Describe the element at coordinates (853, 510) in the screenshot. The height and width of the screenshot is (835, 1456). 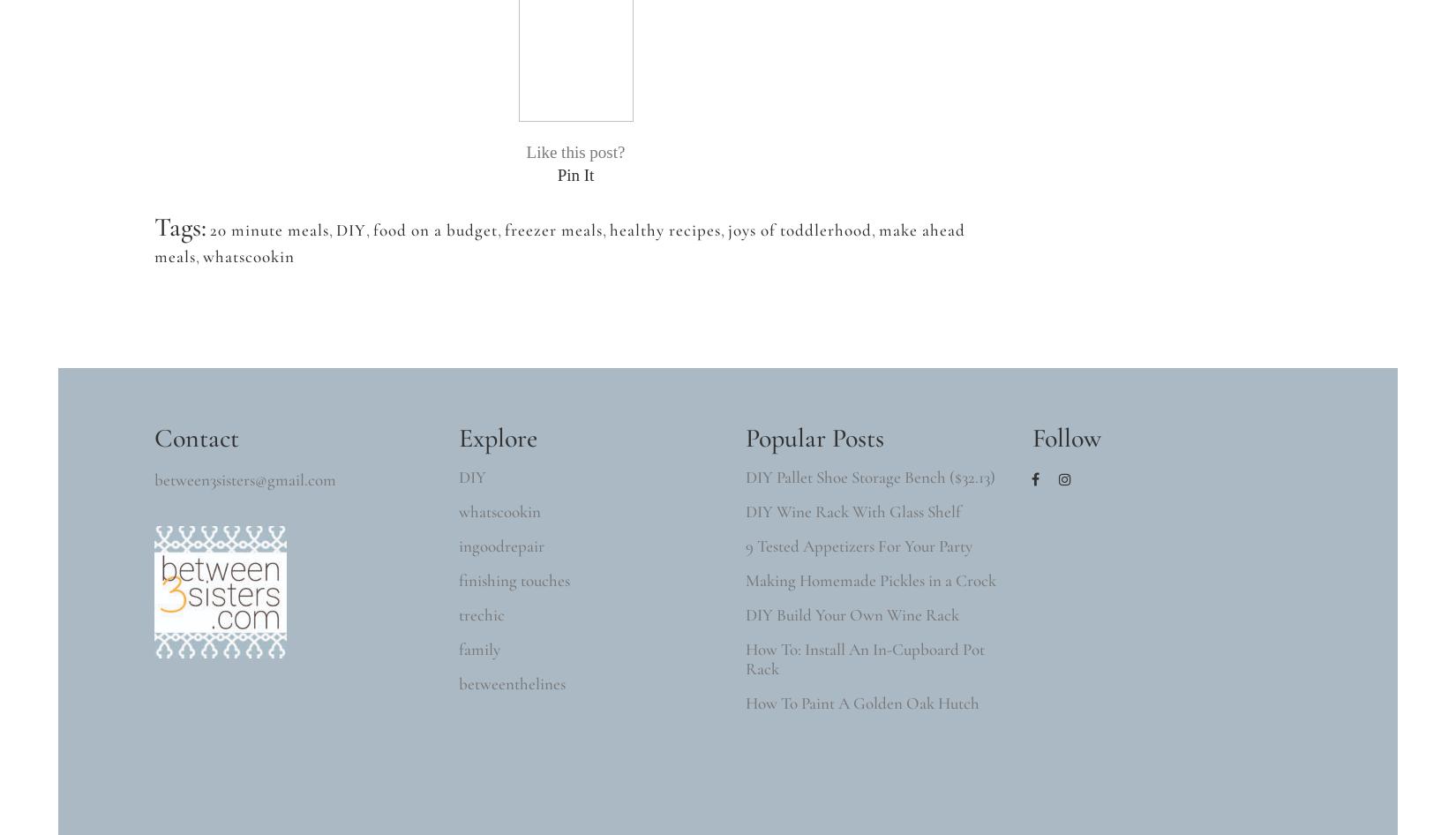
I see `'DIY Wine Rack With Glass Shelf'` at that location.